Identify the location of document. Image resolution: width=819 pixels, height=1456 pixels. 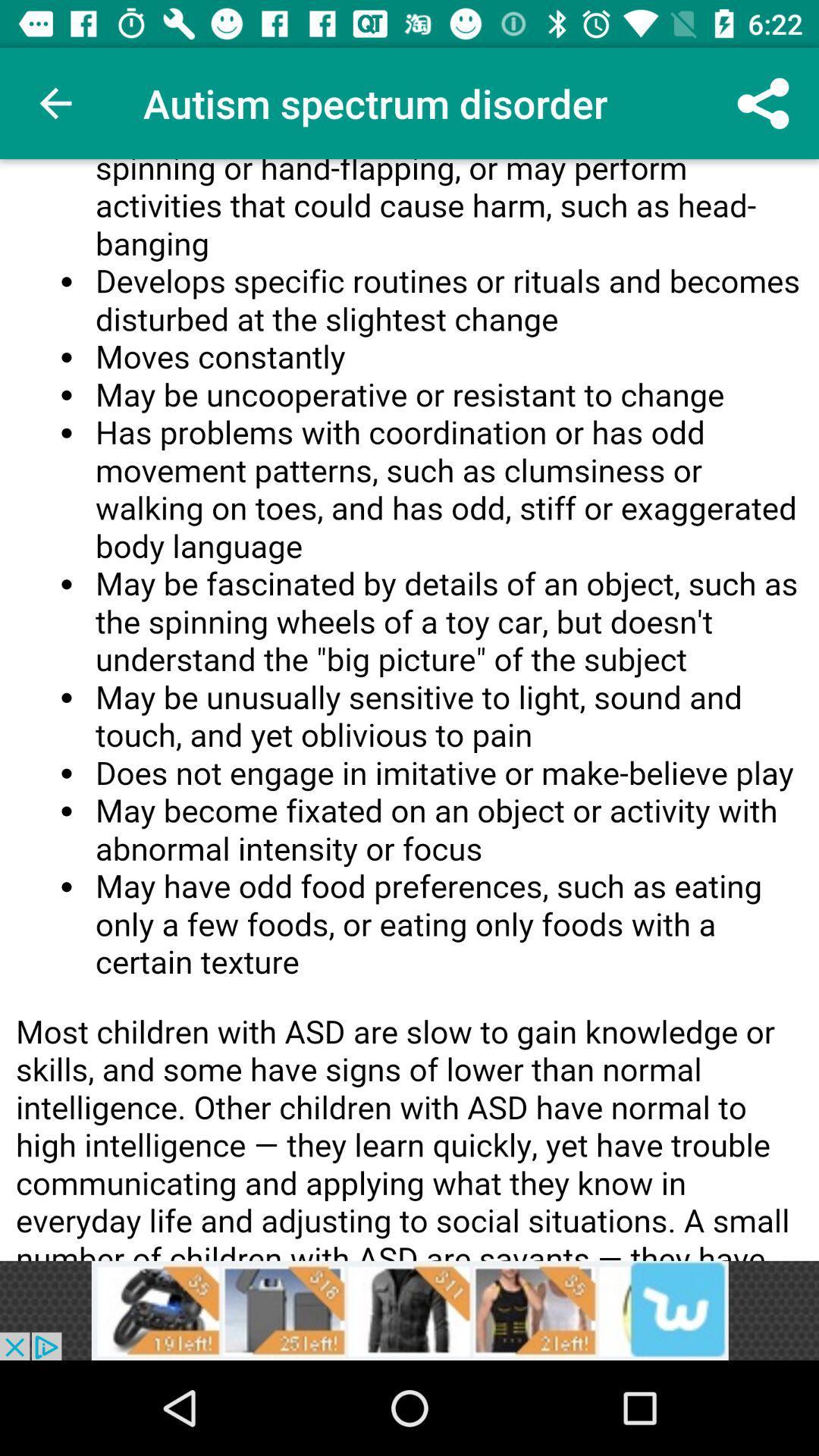
(409, 709).